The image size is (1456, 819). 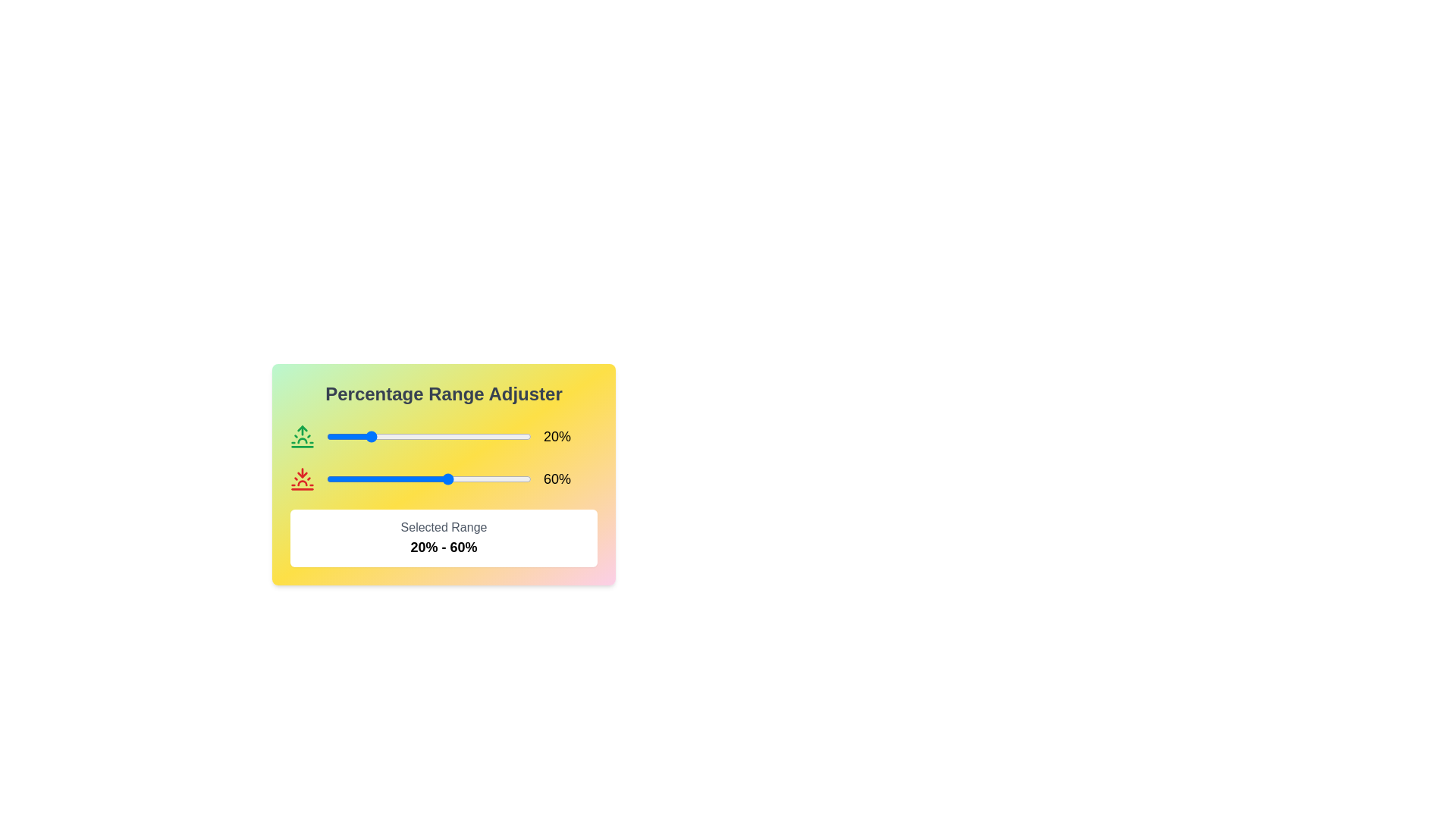 I want to click on the slider, so click(x=420, y=479).